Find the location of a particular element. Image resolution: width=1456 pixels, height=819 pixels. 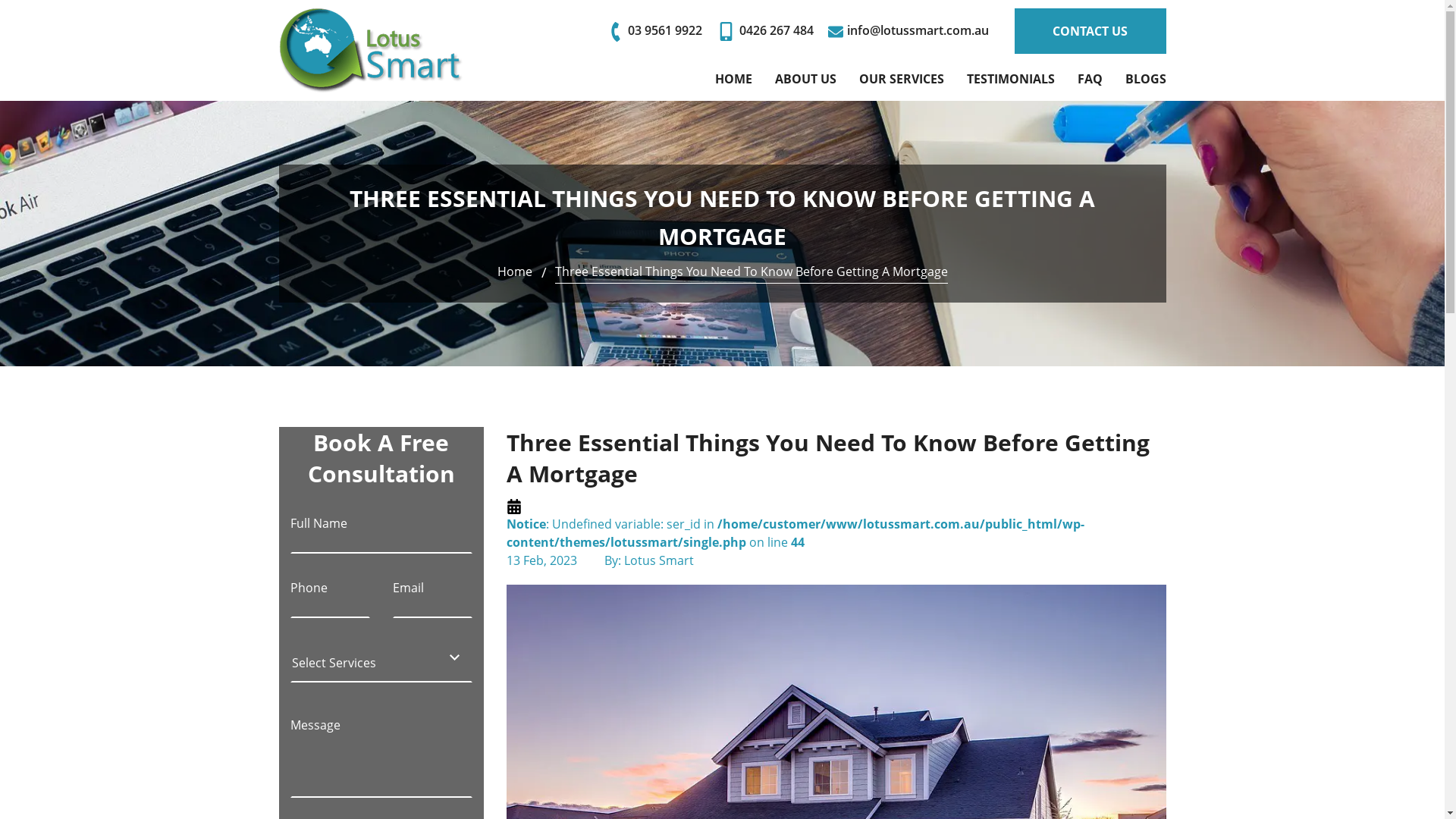

'ABOUT US' is located at coordinates (775, 79).